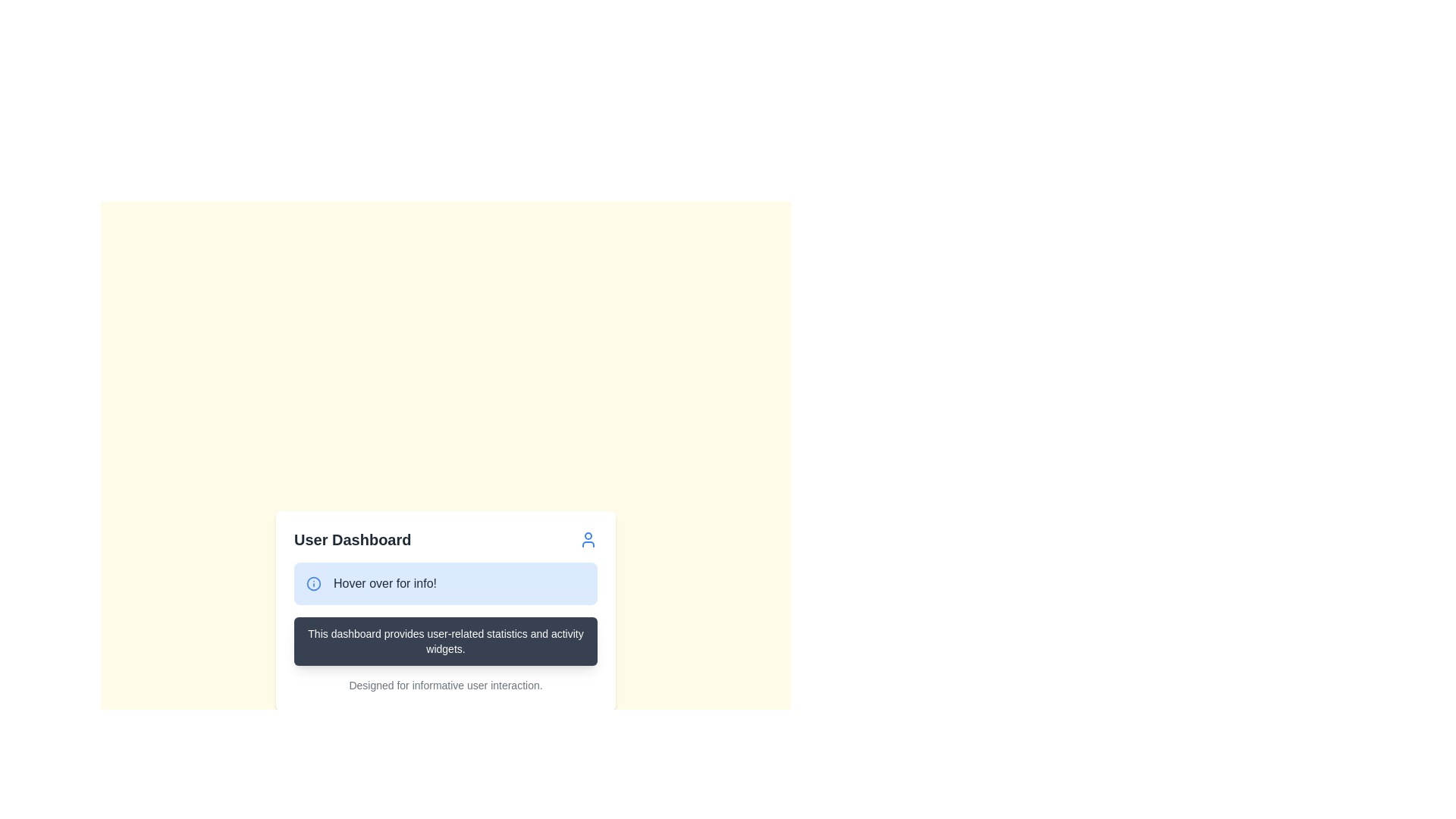 The width and height of the screenshot is (1456, 819). I want to click on the descriptive text display located at the bottom of the card-styled layout, which provides additional information about the interface, so click(445, 685).